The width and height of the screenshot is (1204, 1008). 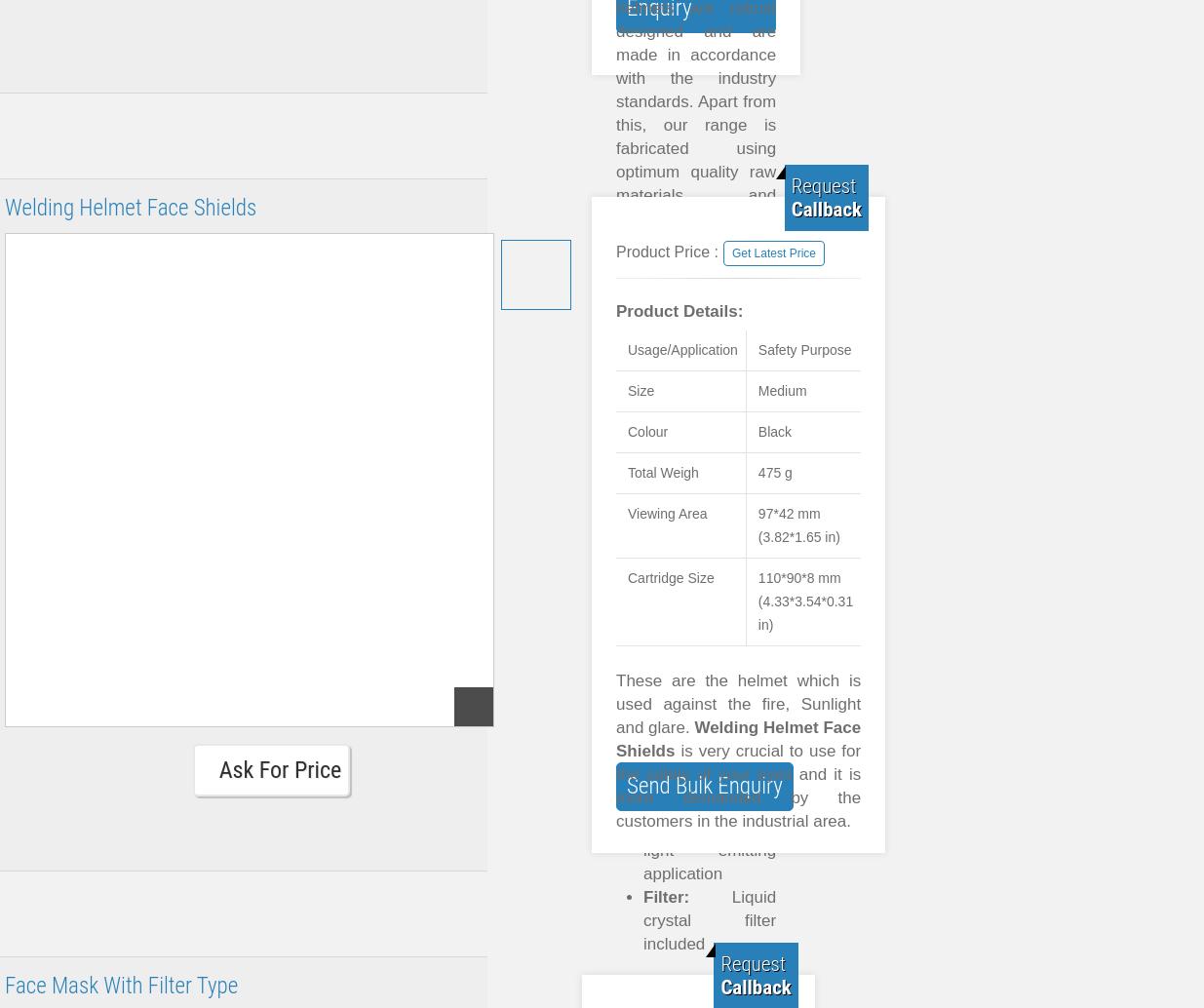 I want to click on 'Liquid crystal filter included', so click(x=642, y=919).